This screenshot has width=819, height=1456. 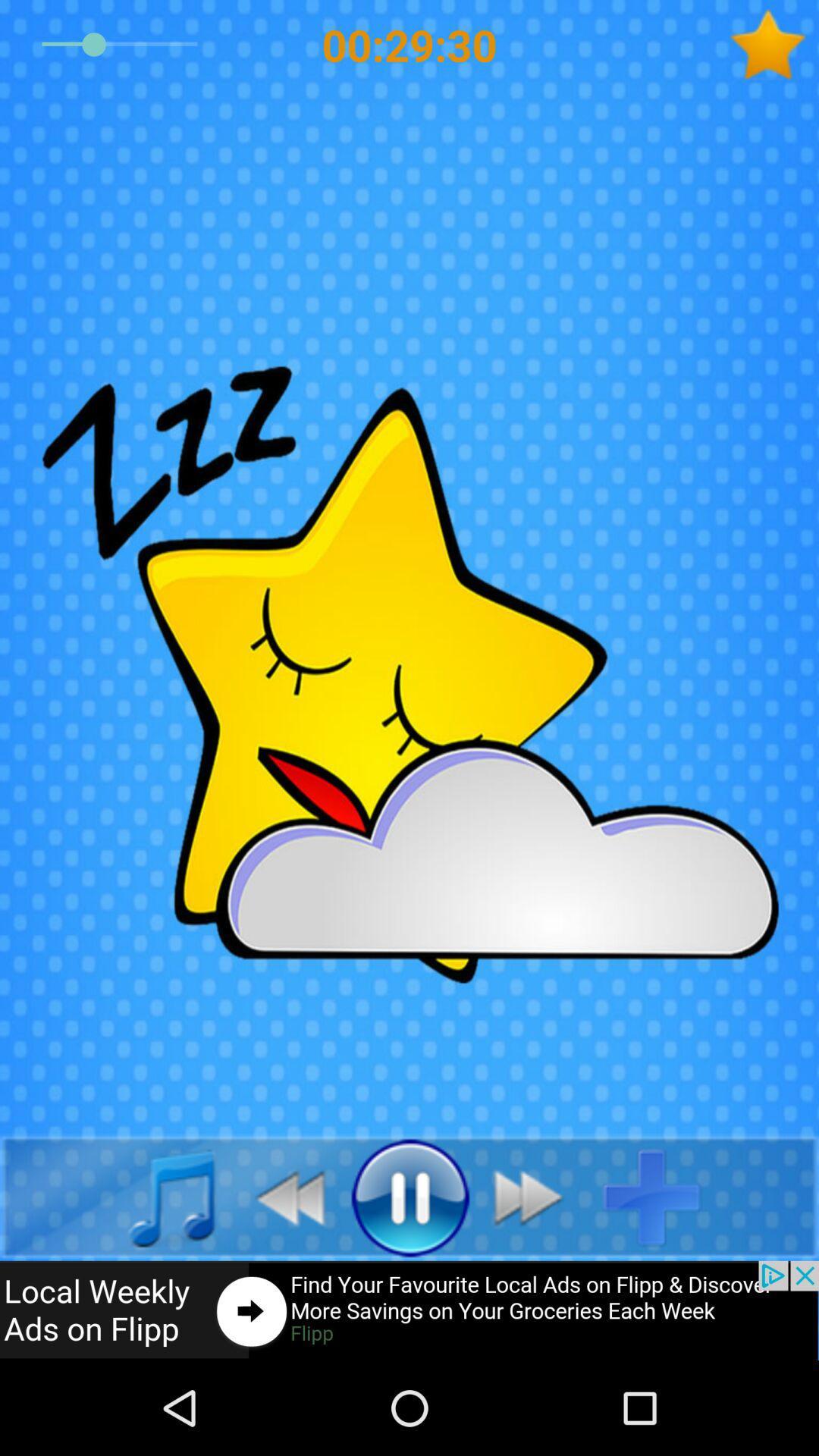 I want to click on the star icon, so click(x=773, y=45).